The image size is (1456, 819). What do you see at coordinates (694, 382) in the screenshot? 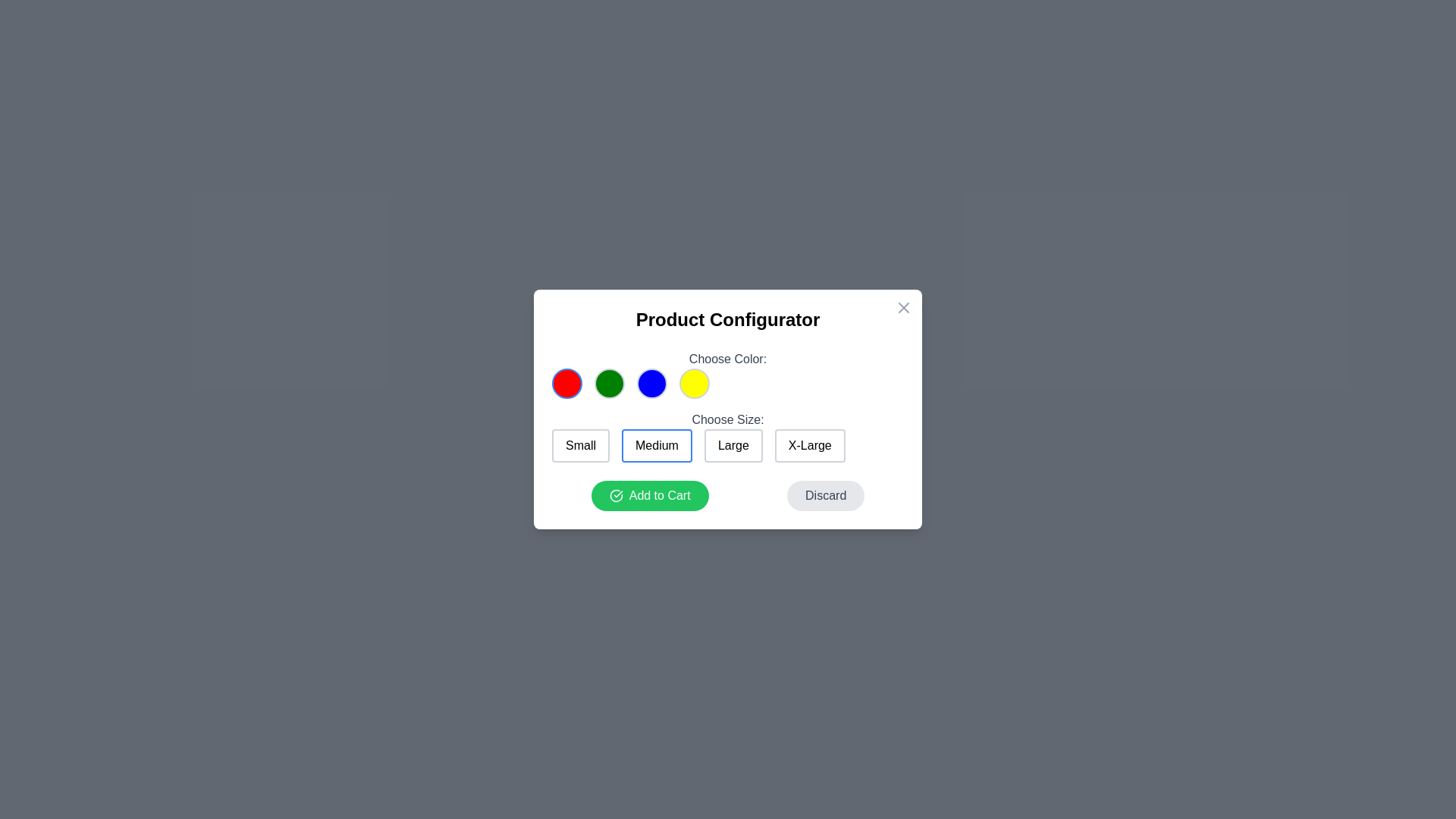
I see `the fourth circular button labeled 'Choose Color'` at bounding box center [694, 382].